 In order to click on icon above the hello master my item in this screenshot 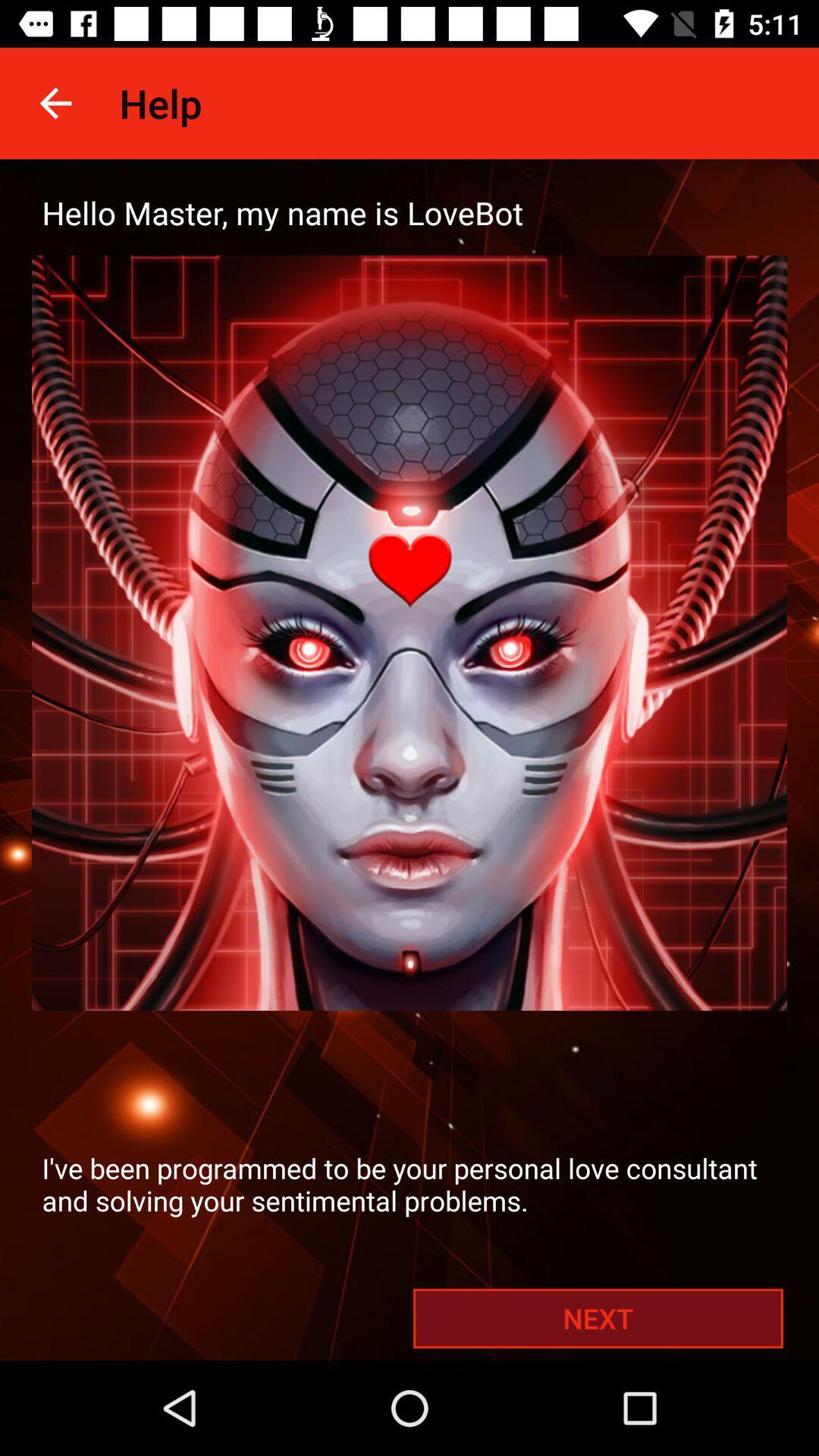, I will do `click(55, 102)`.